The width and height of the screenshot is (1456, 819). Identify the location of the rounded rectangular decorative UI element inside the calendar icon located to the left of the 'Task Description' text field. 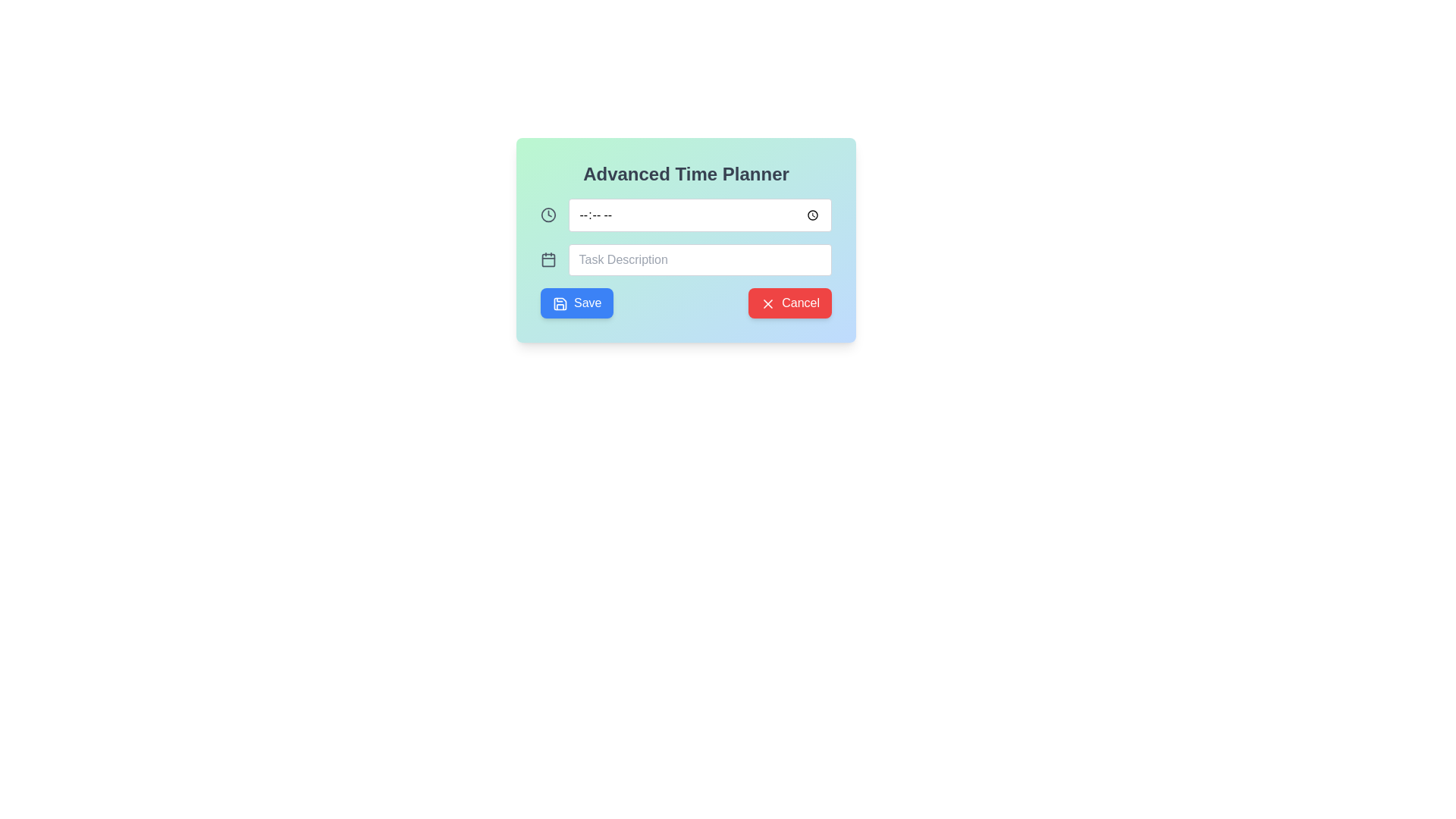
(548, 259).